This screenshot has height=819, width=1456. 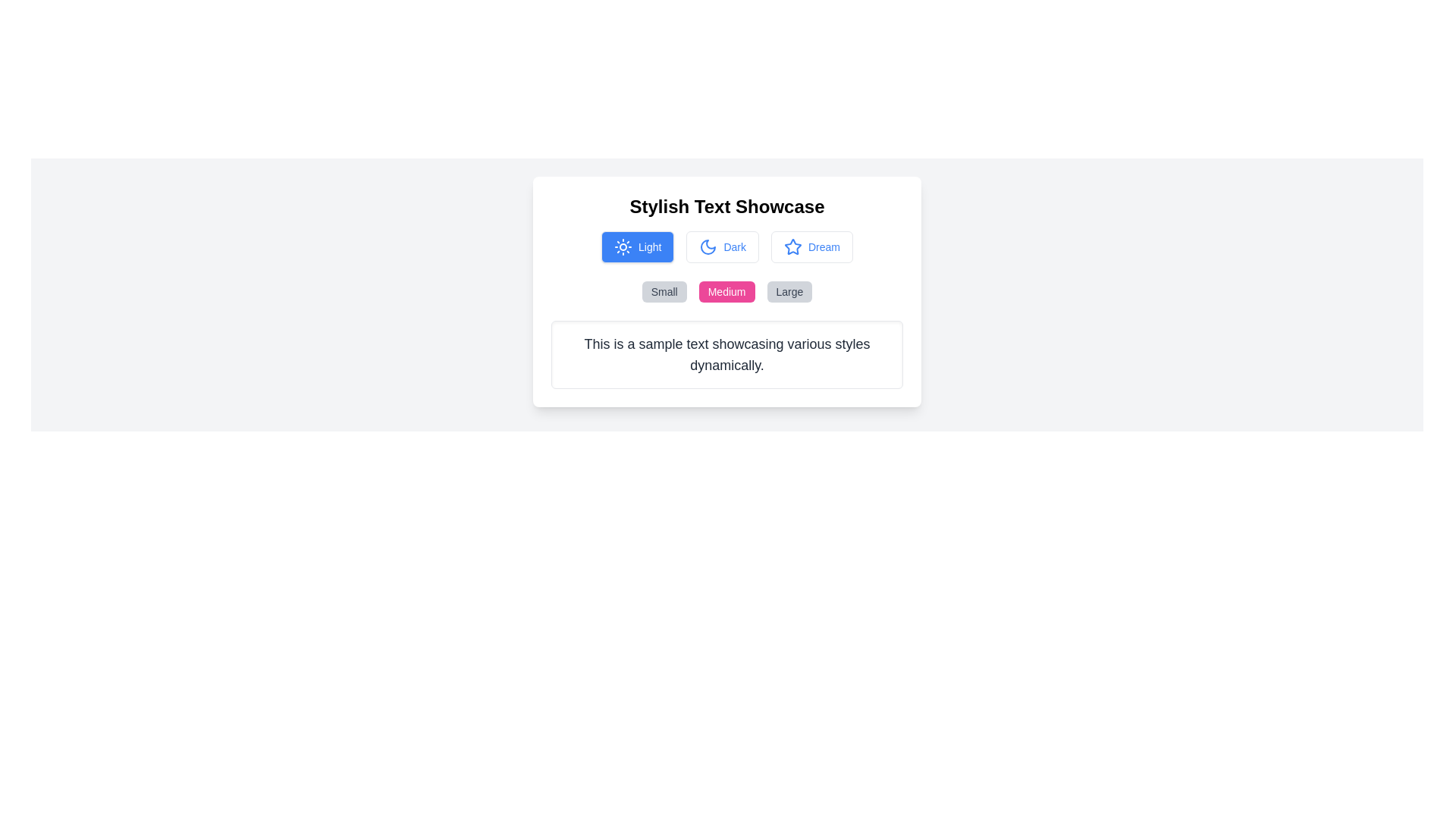 I want to click on the 'Large' button, which is the rightmost button in a group of three buttons labeled 'Small', 'Medium', and 'Large', so click(x=789, y=292).